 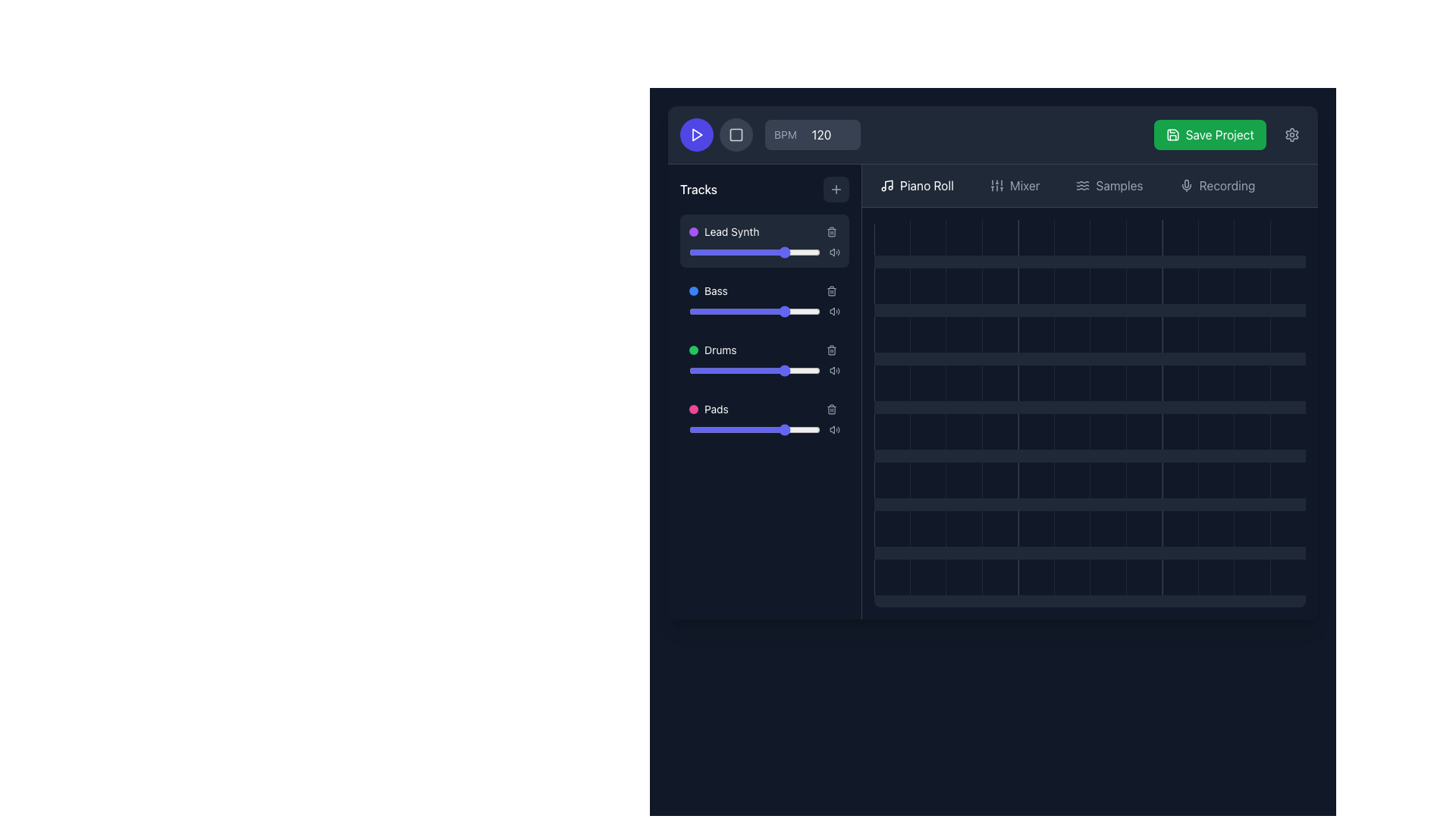 What do you see at coordinates (1252, 237) in the screenshot?
I see `the Square grid tile located in the fourth row and eleventh column of the grid layout, which serves as a placeholder or trigger for an action` at bounding box center [1252, 237].